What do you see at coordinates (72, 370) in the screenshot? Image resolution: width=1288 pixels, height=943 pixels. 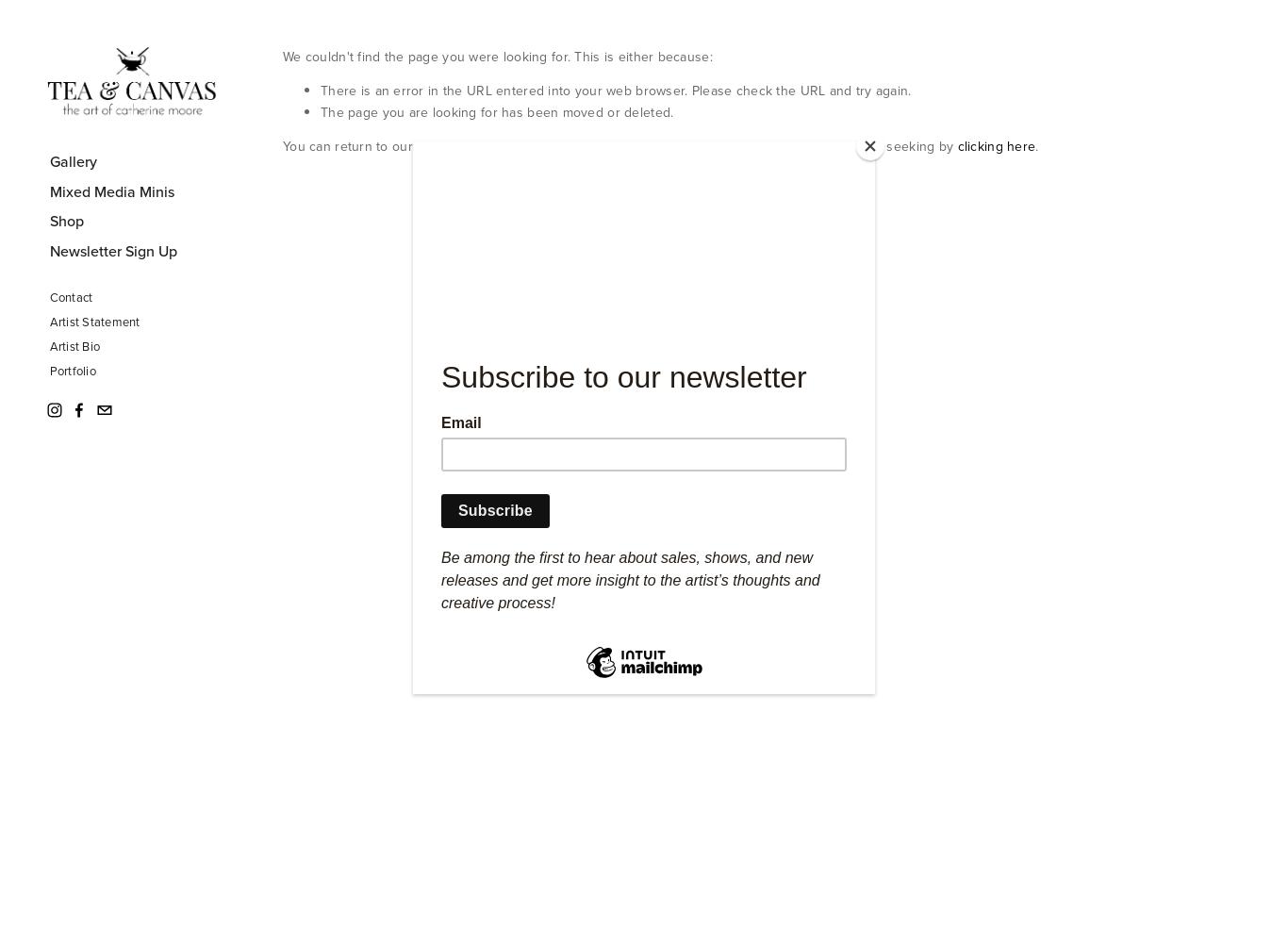 I see `'Portfolio'` at bounding box center [72, 370].